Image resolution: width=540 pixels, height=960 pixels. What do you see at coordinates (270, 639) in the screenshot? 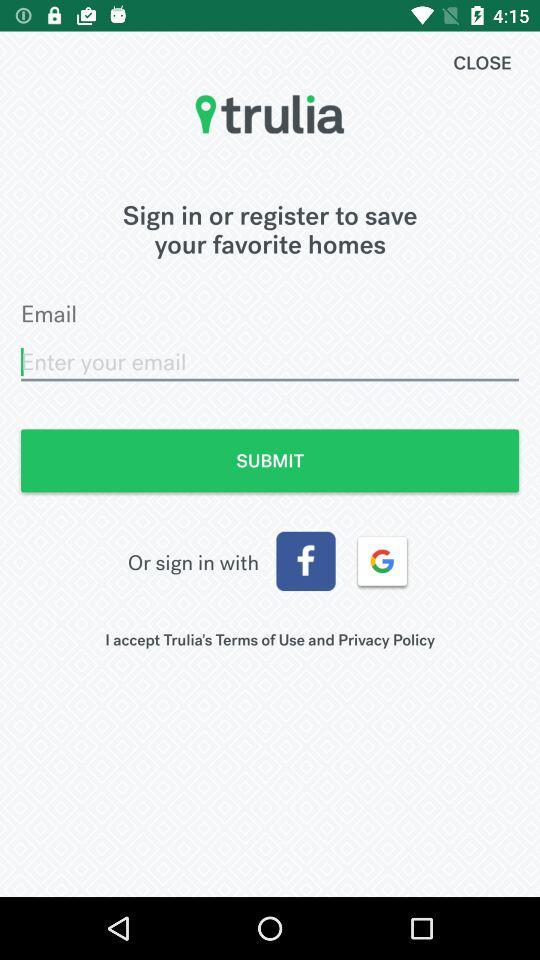
I see `the i accept trulia item` at bounding box center [270, 639].